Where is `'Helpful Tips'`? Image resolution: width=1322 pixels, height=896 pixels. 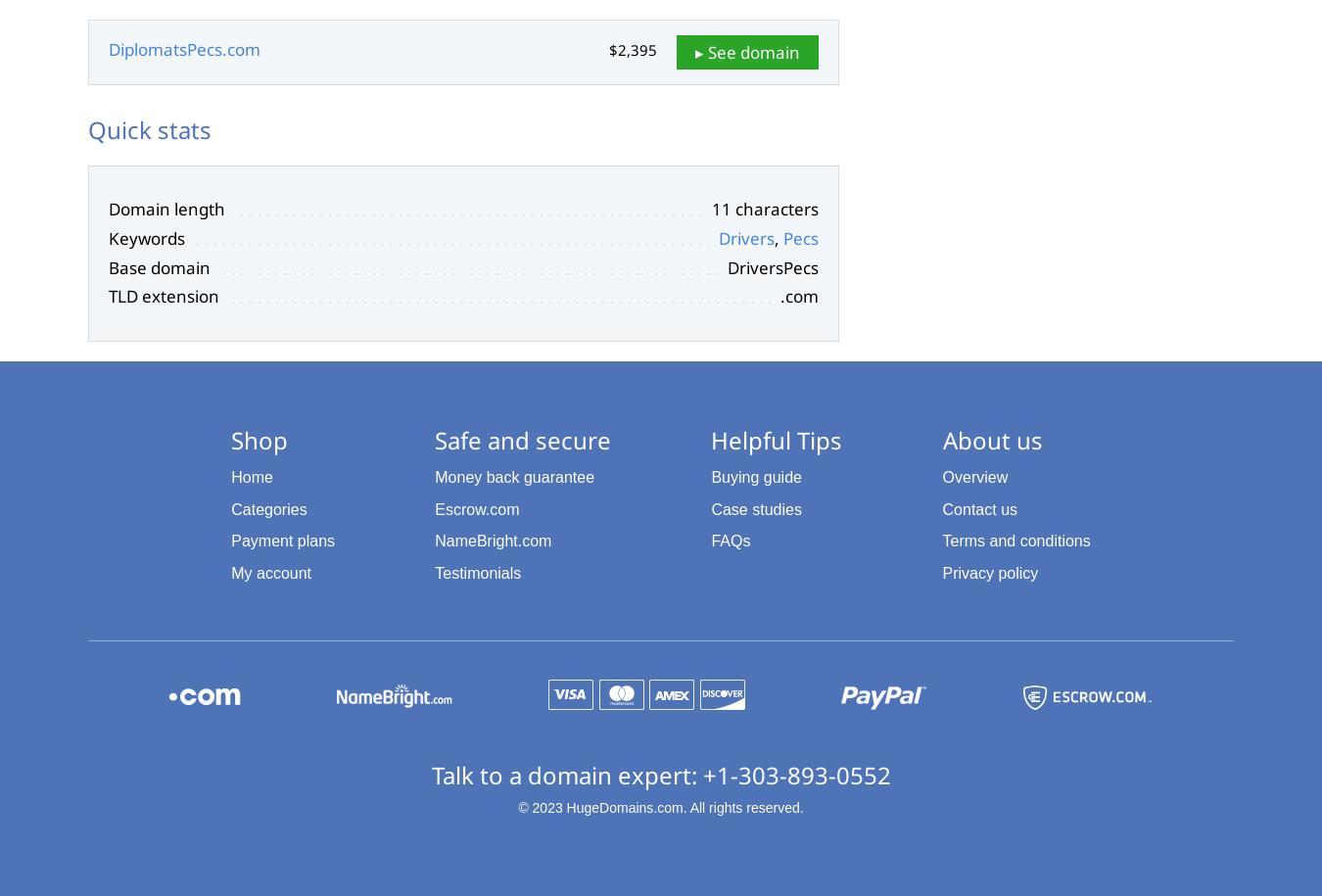
'Helpful Tips' is located at coordinates (776, 439).